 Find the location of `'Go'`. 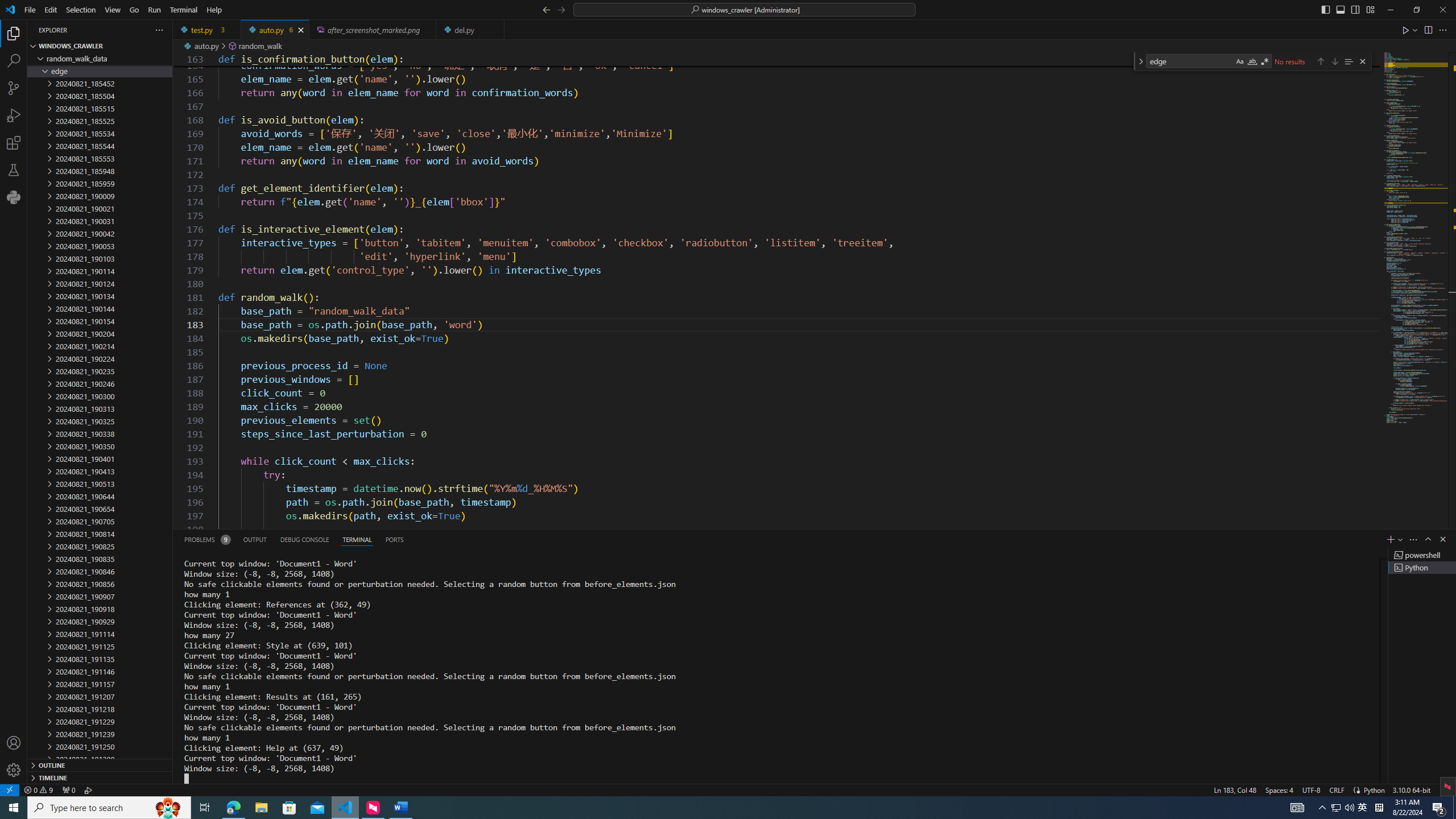

'Go' is located at coordinates (134, 9).